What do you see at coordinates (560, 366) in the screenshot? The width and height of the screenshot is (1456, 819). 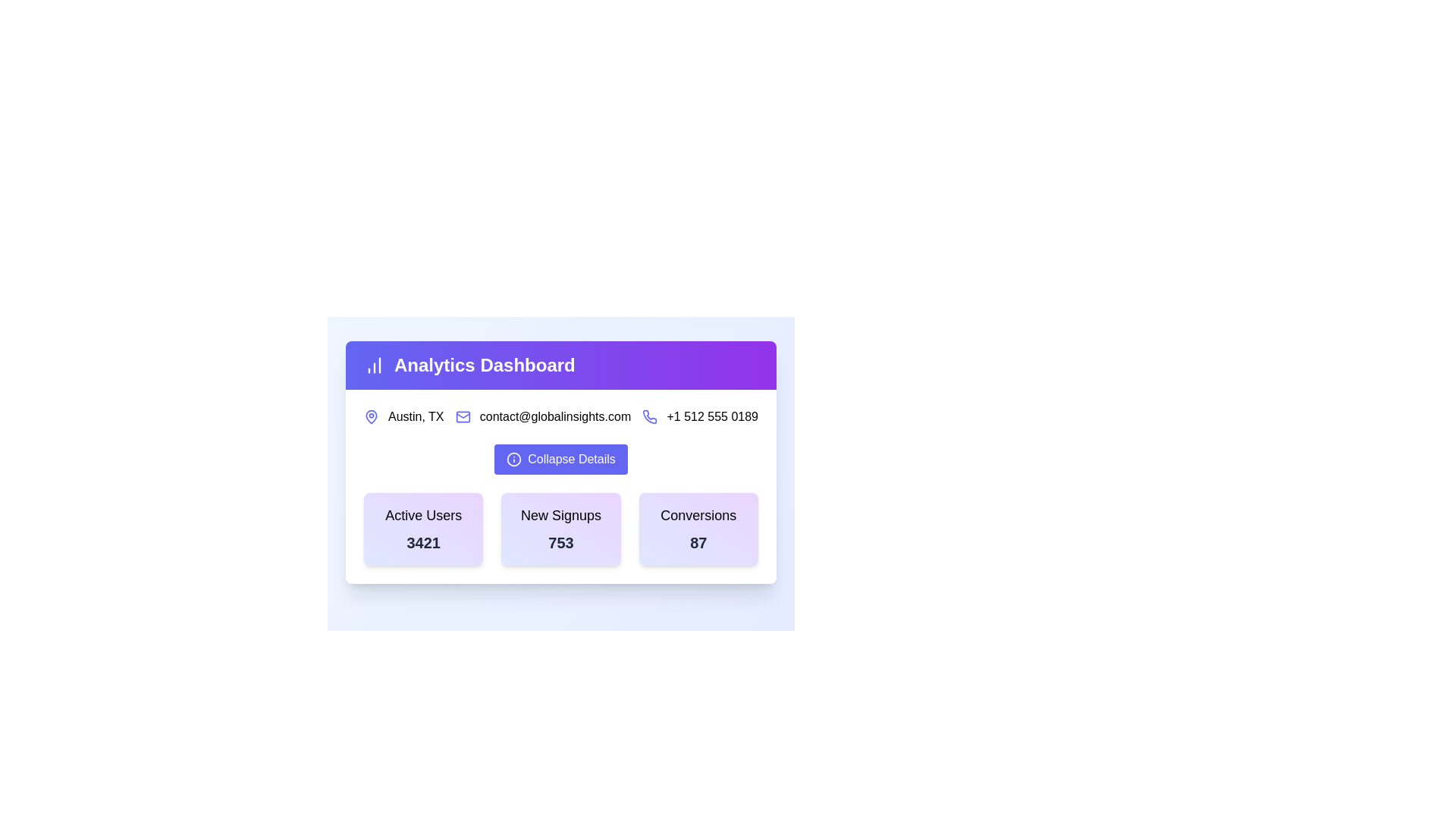 I see `the Header or Title Banner that serves as the title for the analytics dashboard, located at the top of the visible content area` at bounding box center [560, 366].